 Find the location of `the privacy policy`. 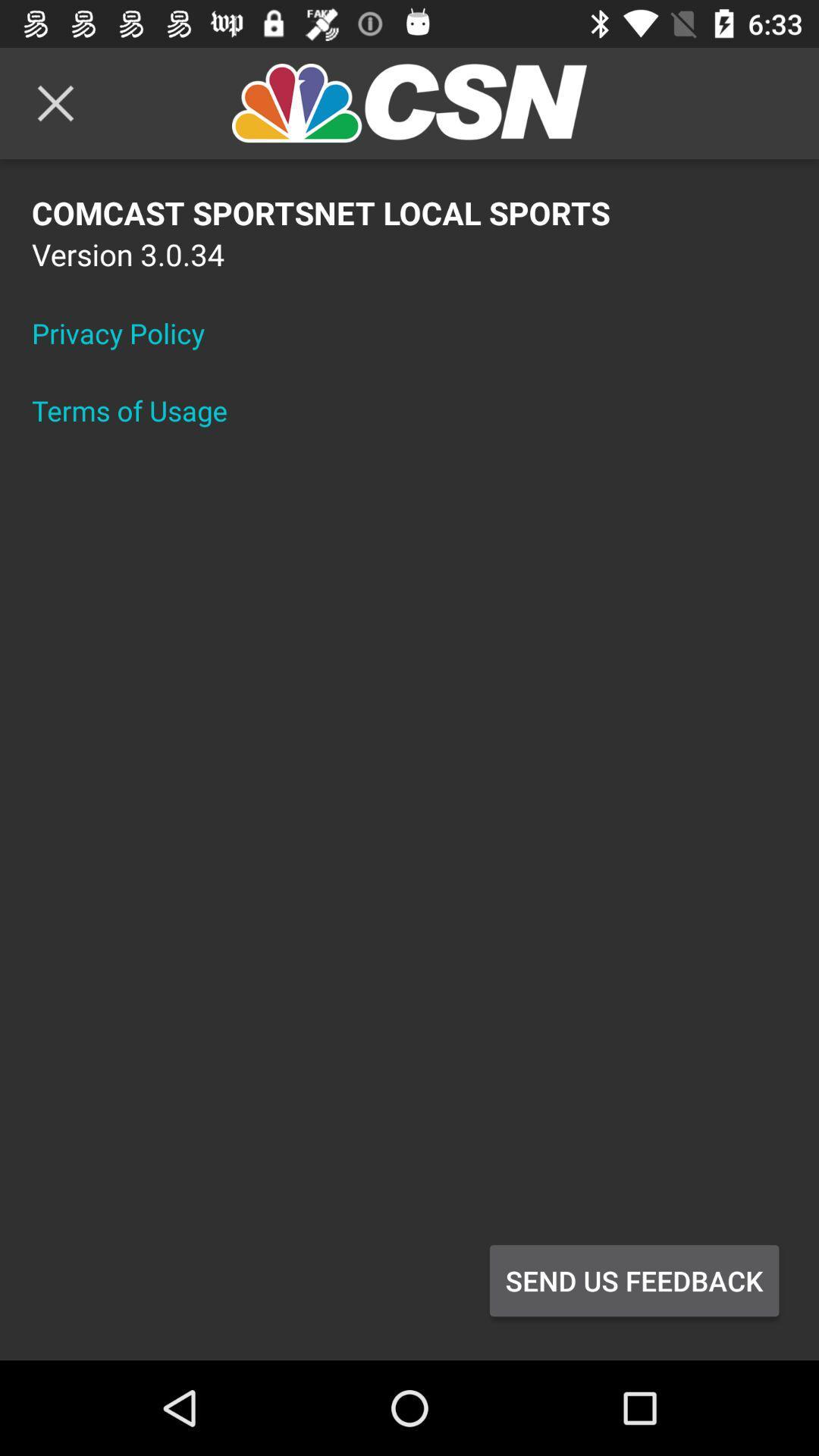

the privacy policy is located at coordinates (127, 332).